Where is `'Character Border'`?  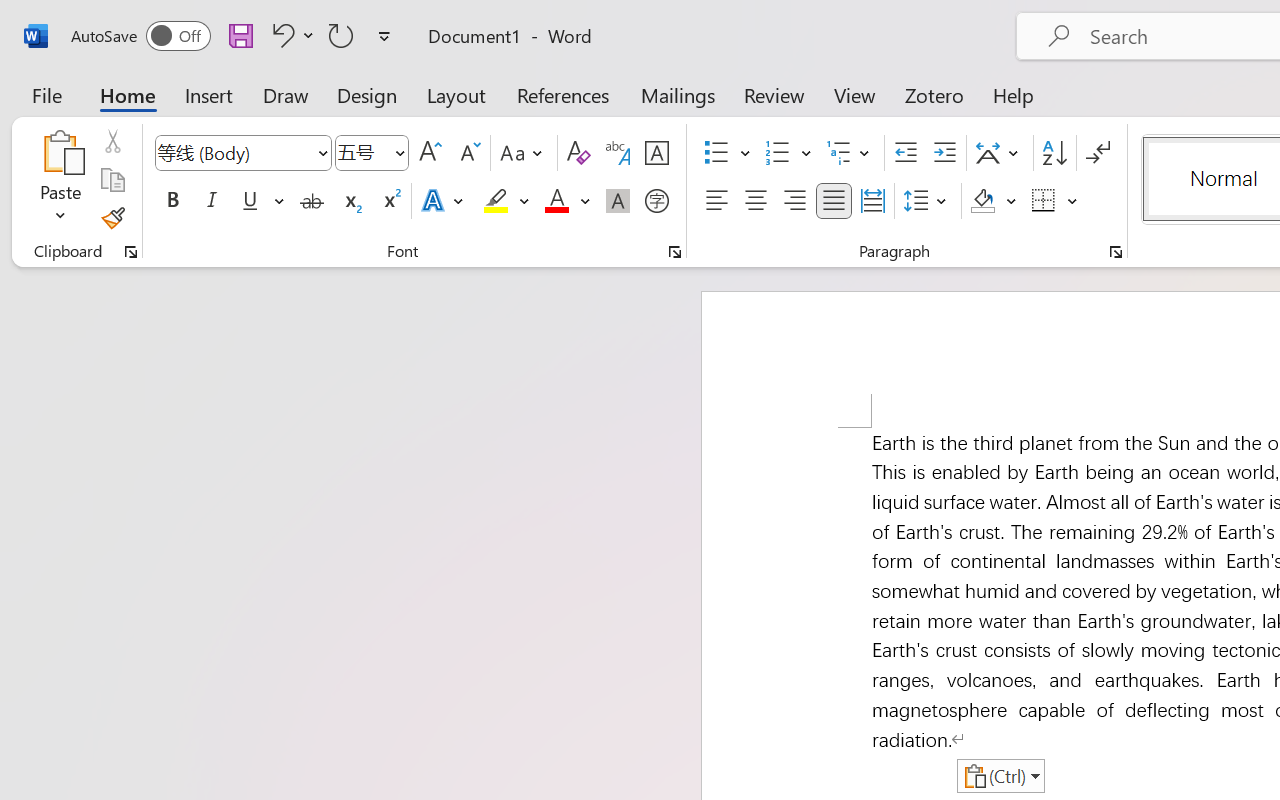
'Character Border' is located at coordinates (656, 153).